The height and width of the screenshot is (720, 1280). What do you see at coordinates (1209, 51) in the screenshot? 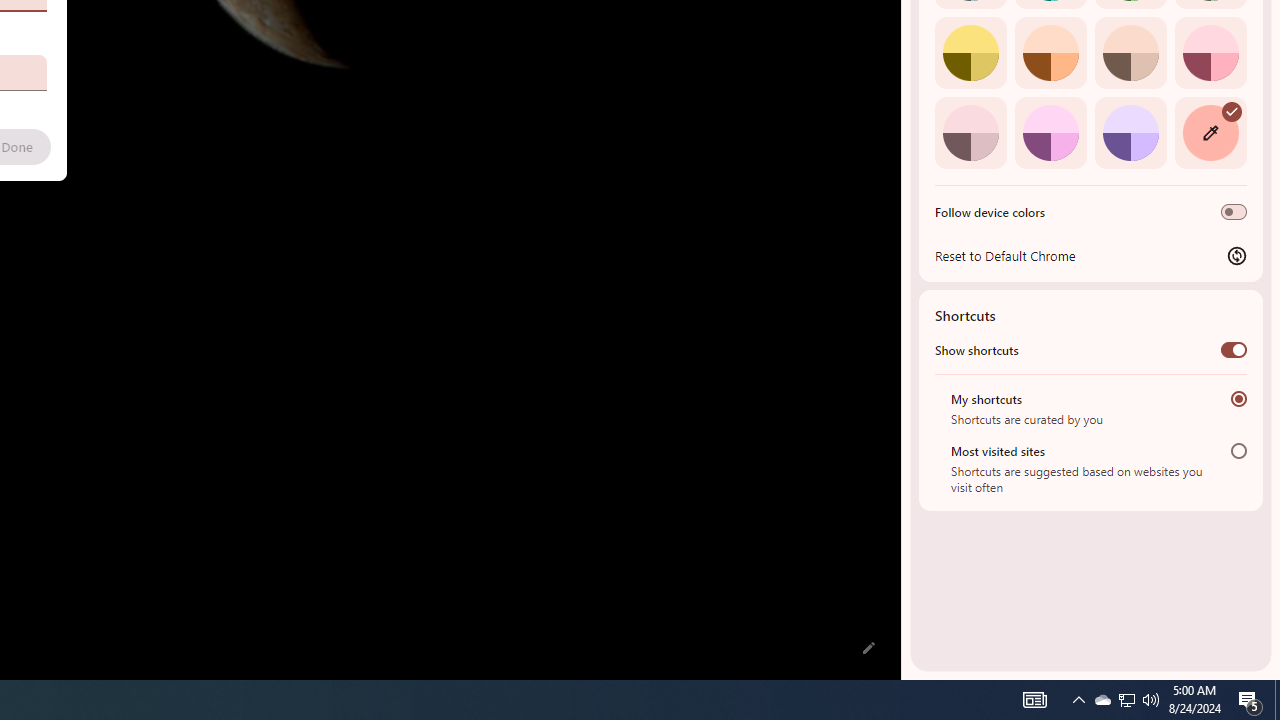
I see `'Rose'` at bounding box center [1209, 51].